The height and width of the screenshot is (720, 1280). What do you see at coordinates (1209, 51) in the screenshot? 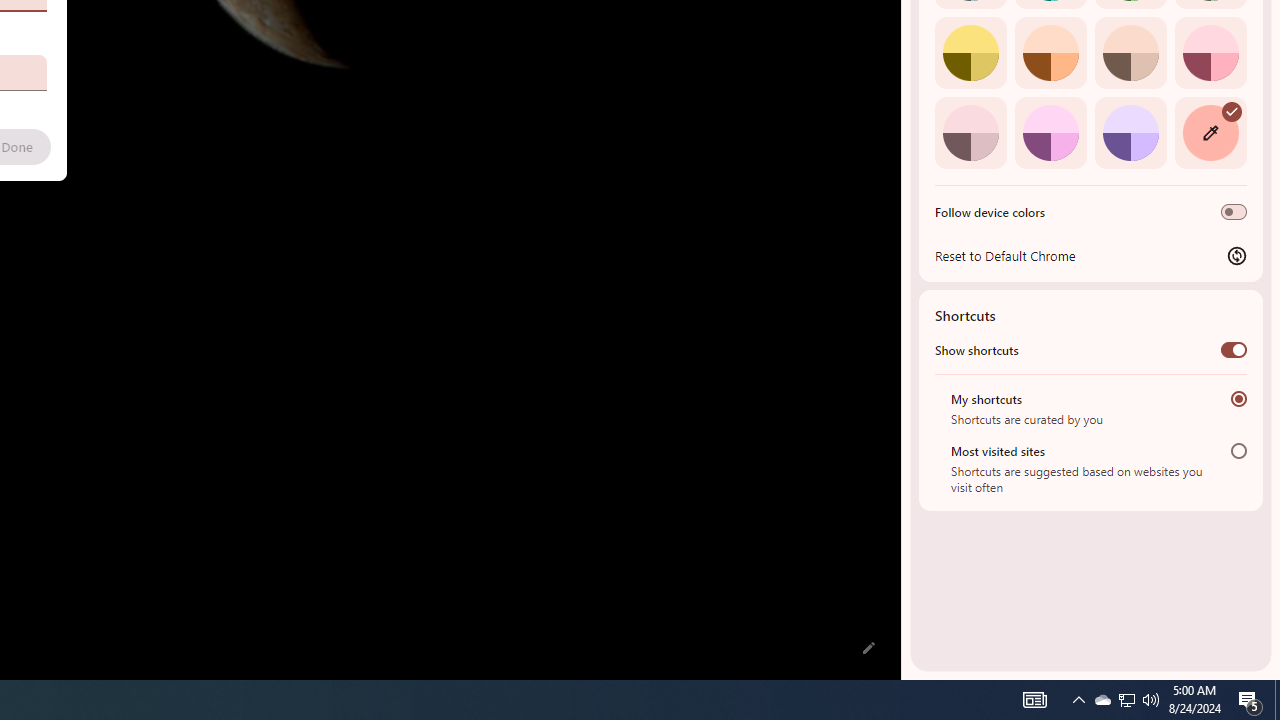
I see `'Rose'` at bounding box center [1209, 51].